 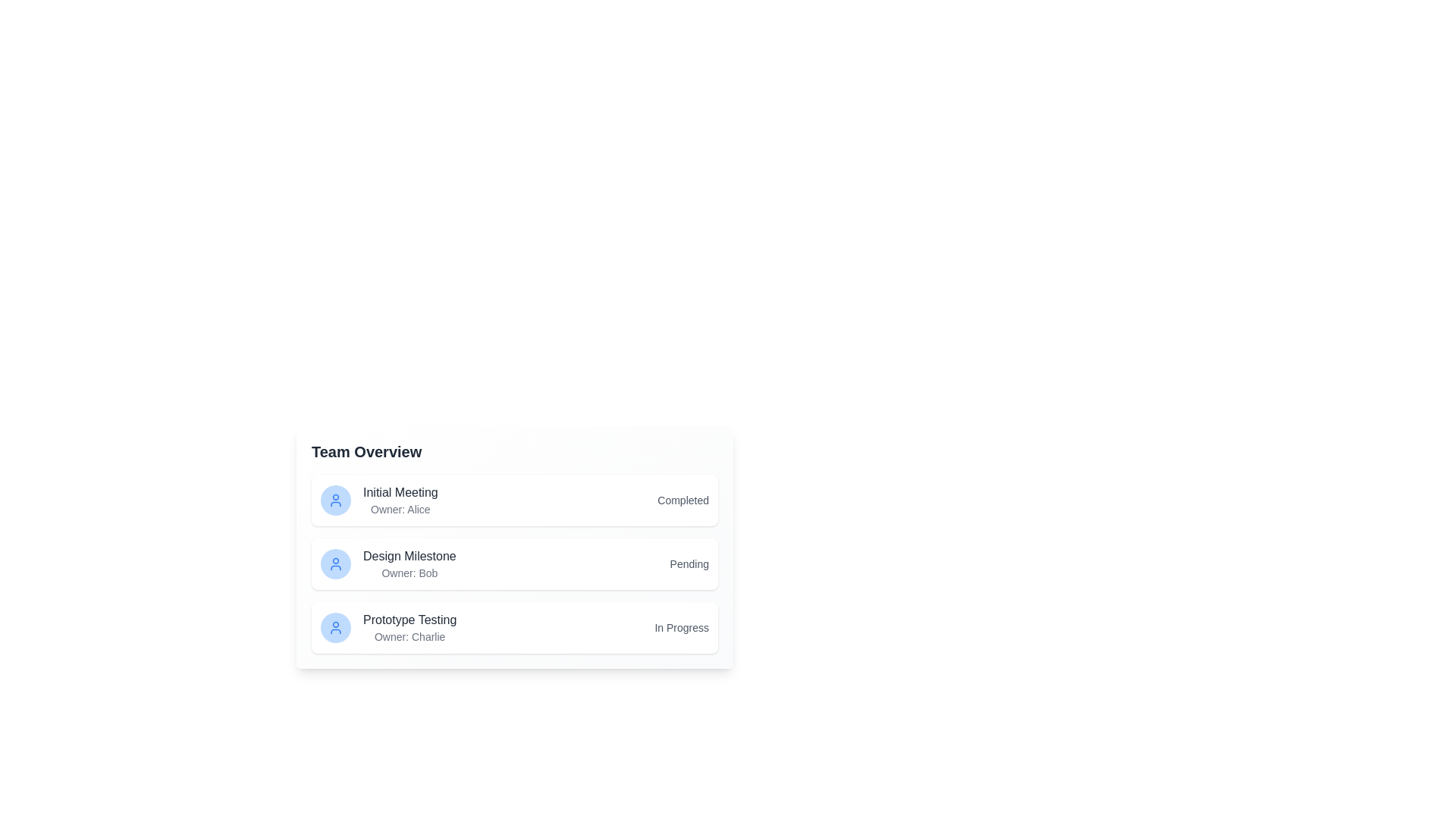 What do you see at coordinates (334, 628) in the screenshot?
I see `the user icon representing the participant associated with the 'Prototype Testing' section, located to the left of the text 'Owner: Charlie.'` at bounding box center [334, 628].